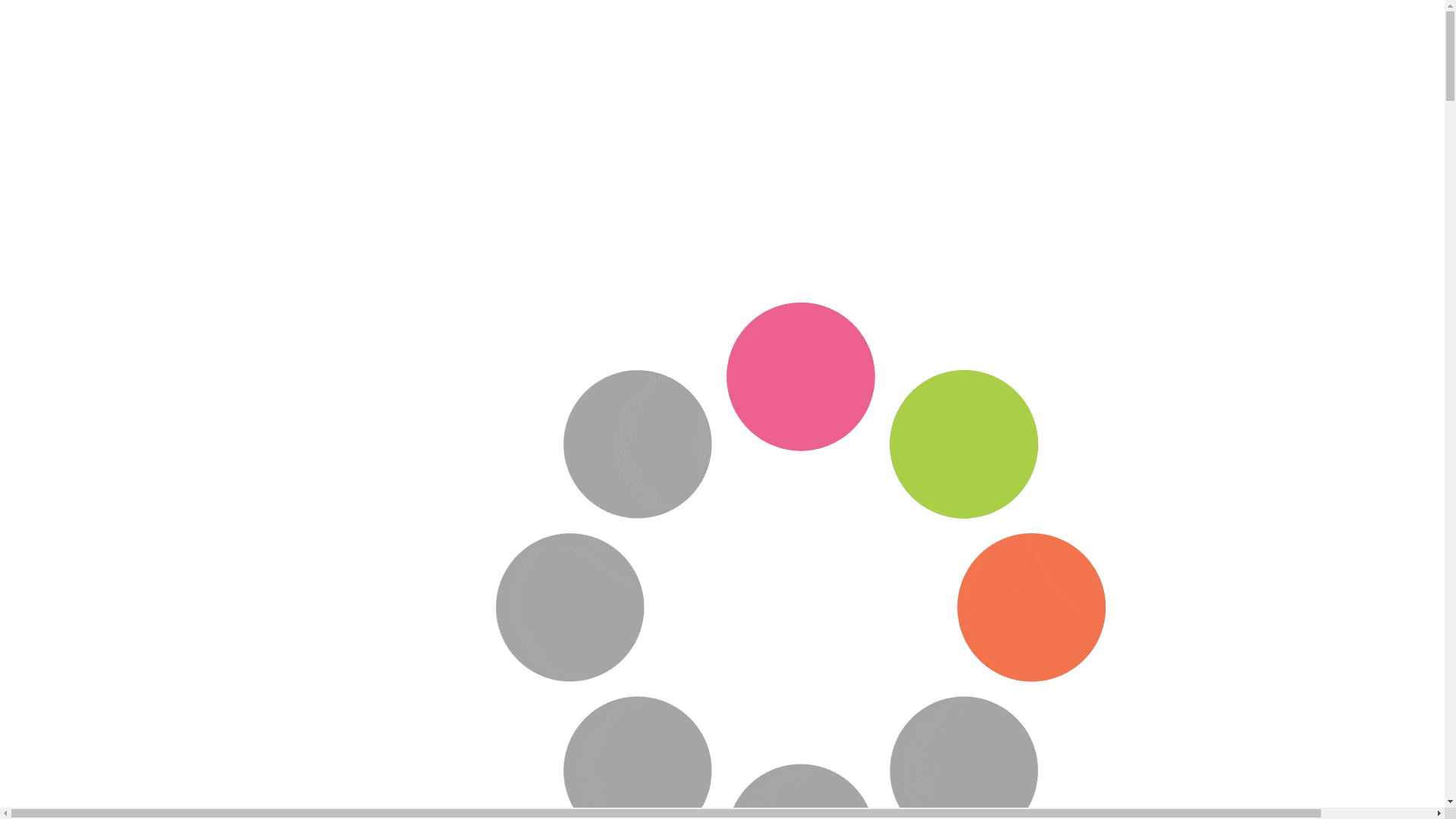 This screenshot has width=1456, height=819. What do you see at coordinates (5, 5) in the screenshot?
I see `'Skip to content'` at bounding box center [5, 5].